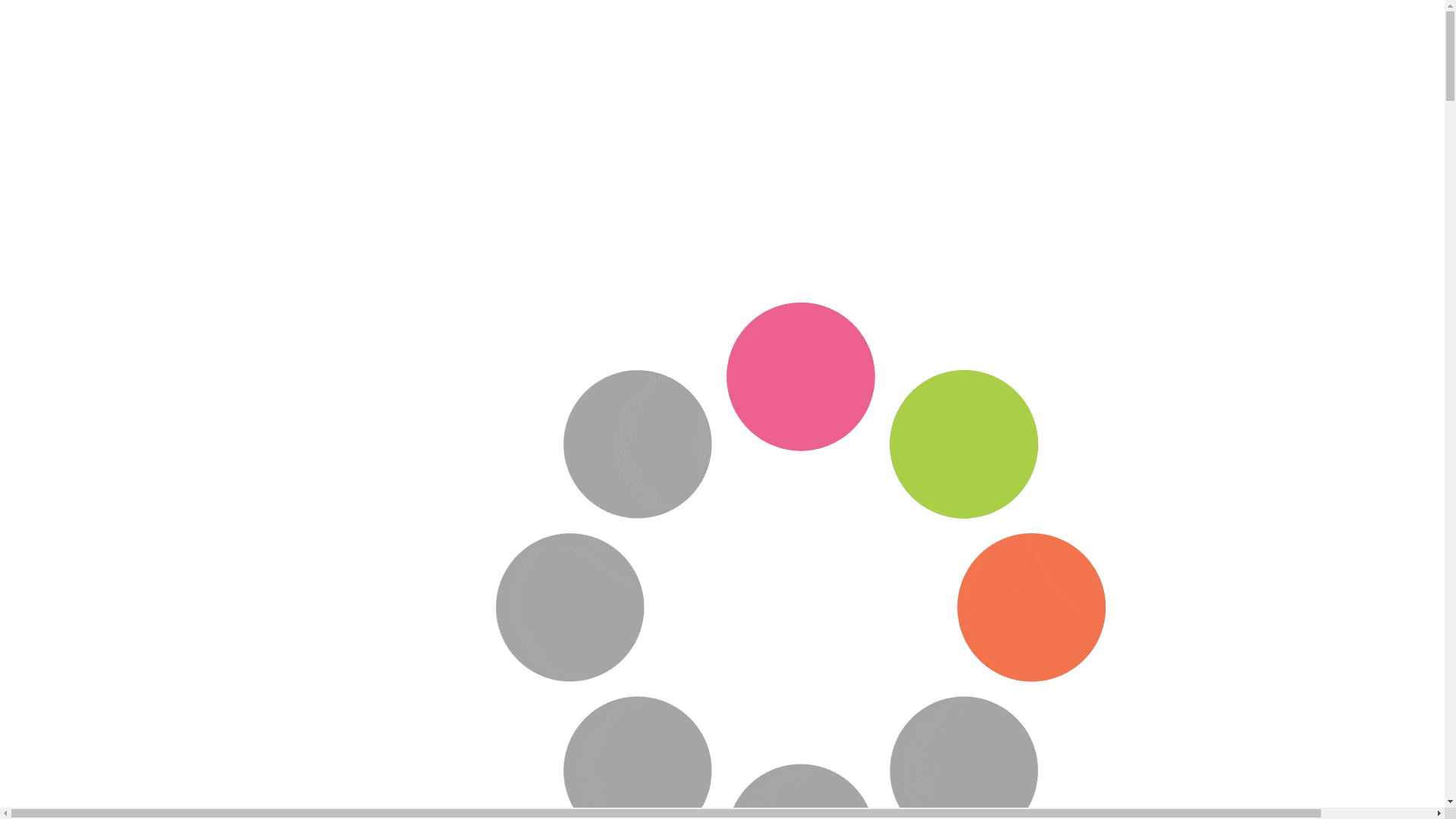 This screenshot has width=1456, height=819. What do you see at coordinates (5, 5) in the screenshot?
I see `'Skip to content'` at bounding box center [5, 5].